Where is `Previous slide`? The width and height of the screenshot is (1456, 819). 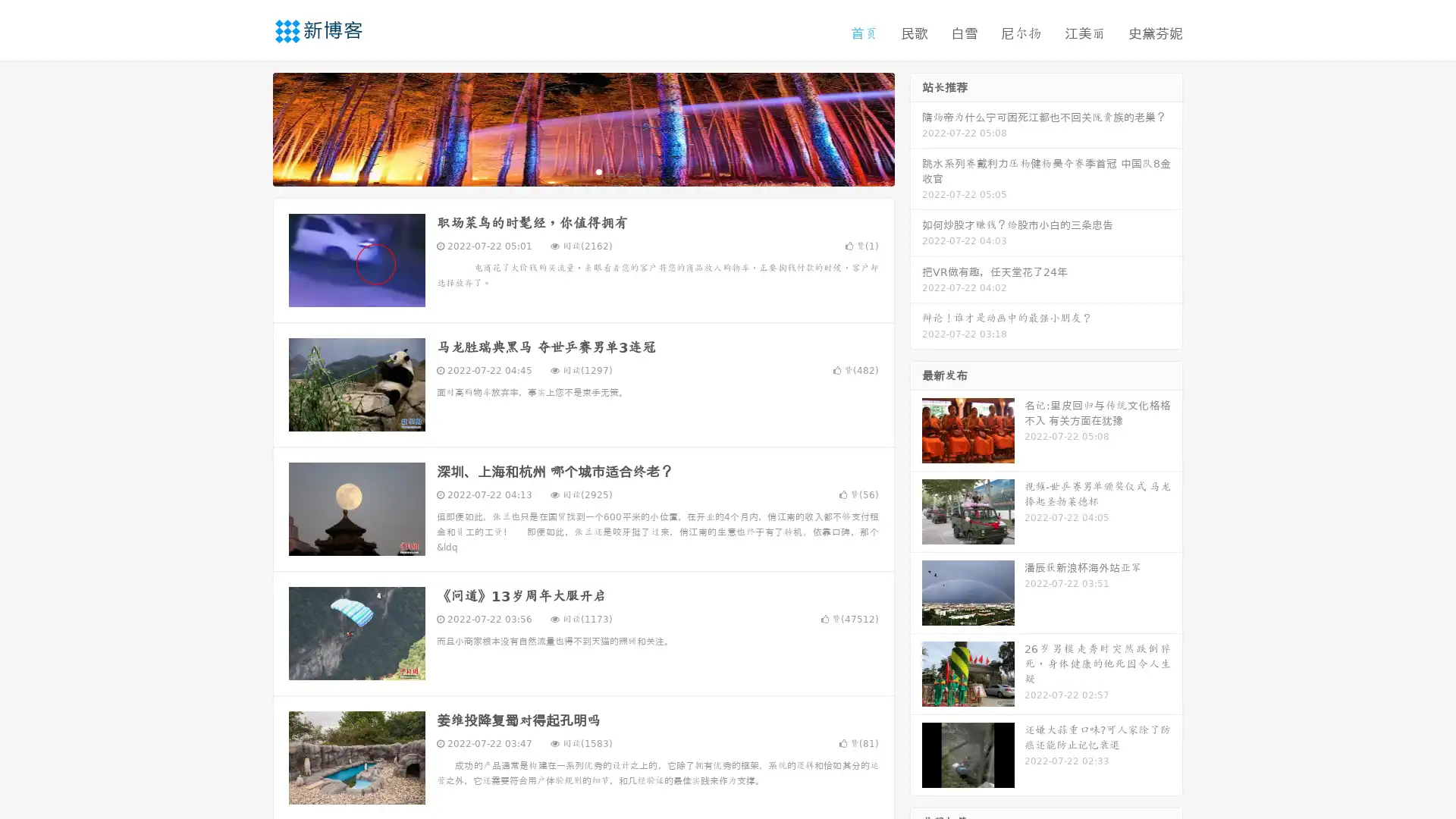 Previous slide is located at coordinates (250, 127).